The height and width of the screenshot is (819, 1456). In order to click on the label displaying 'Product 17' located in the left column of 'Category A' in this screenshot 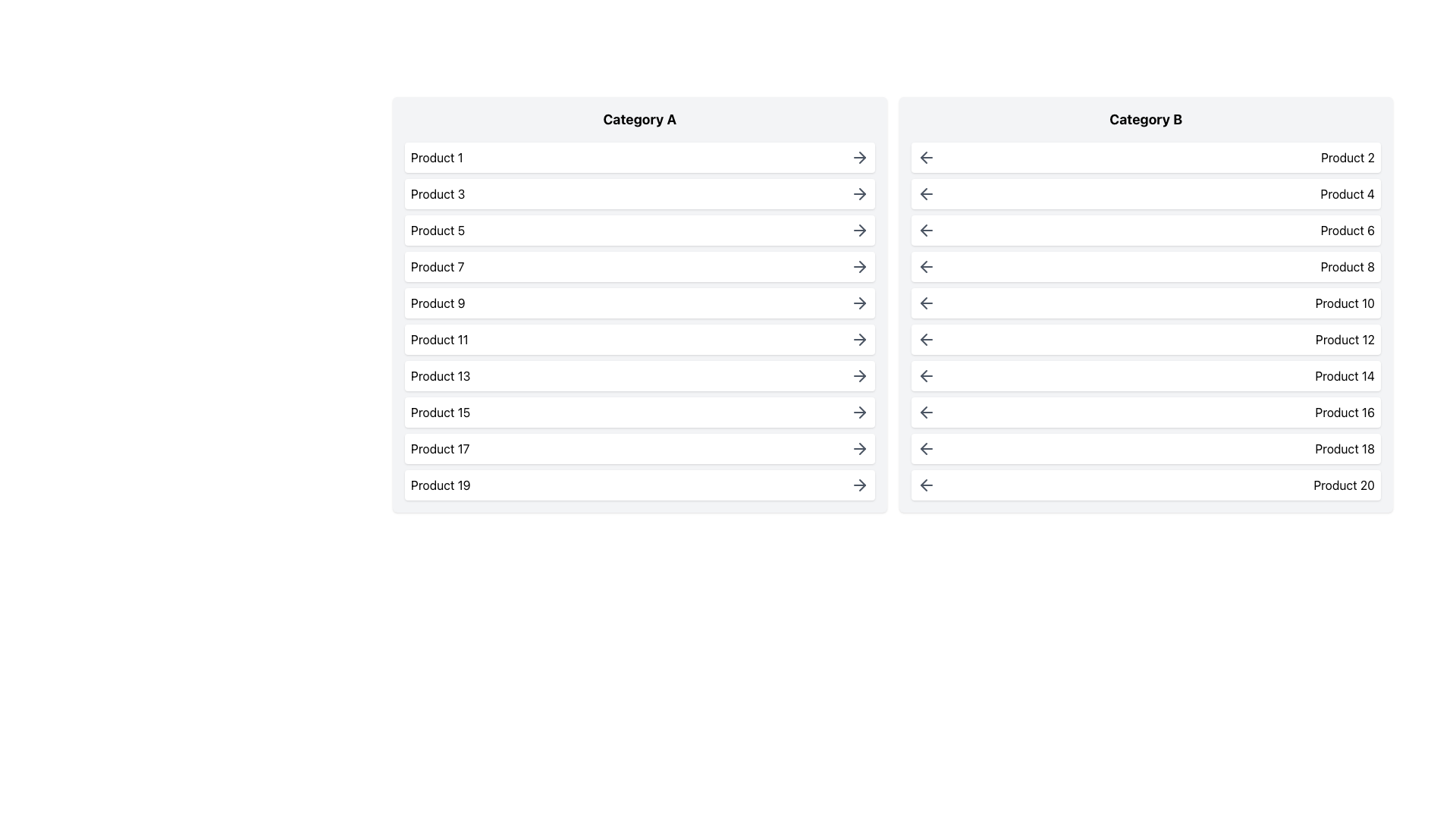, I will do `click(439, 447)`.